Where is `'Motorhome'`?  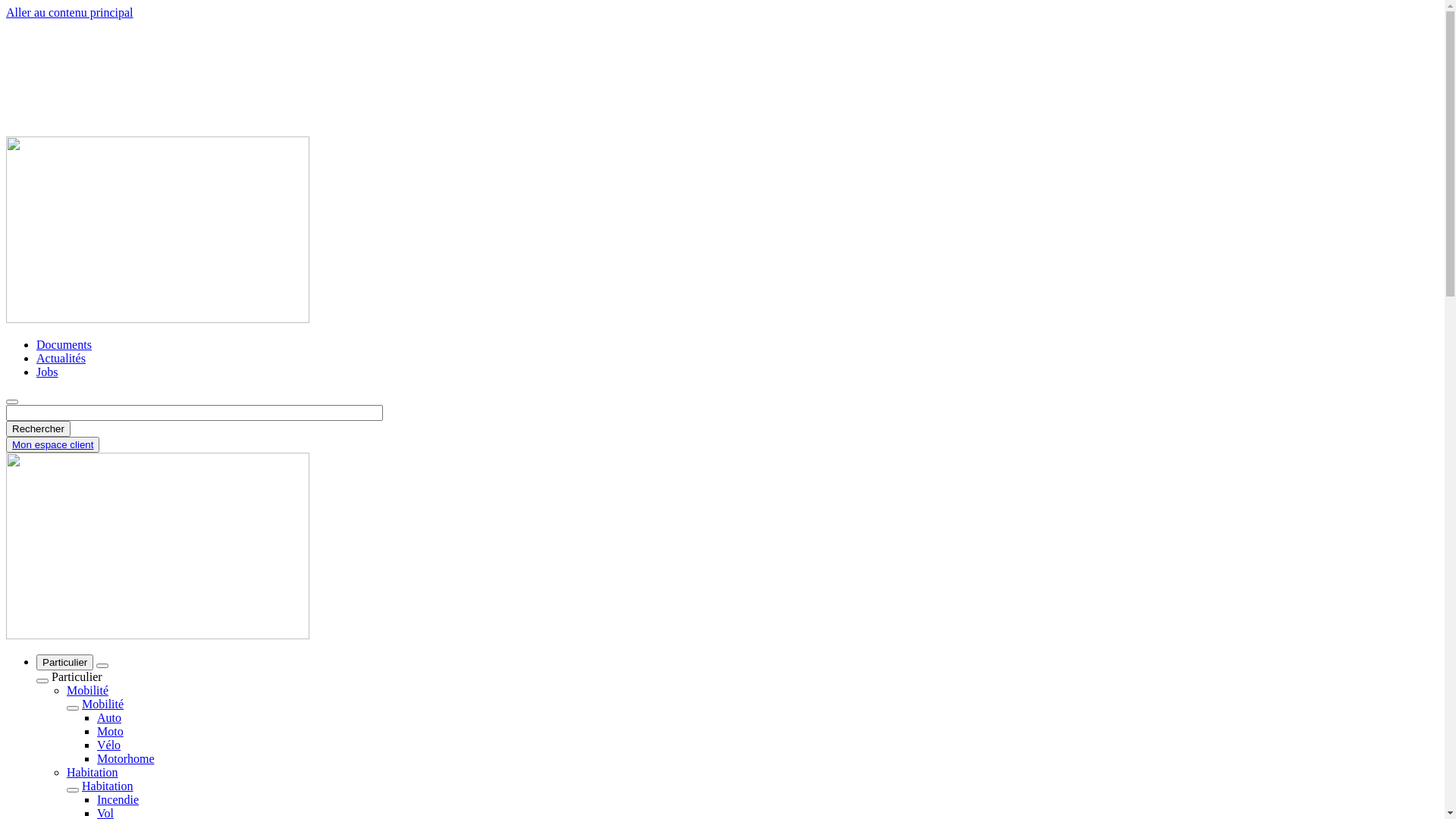
'Motorhome' is located at coordinates (126, 758).